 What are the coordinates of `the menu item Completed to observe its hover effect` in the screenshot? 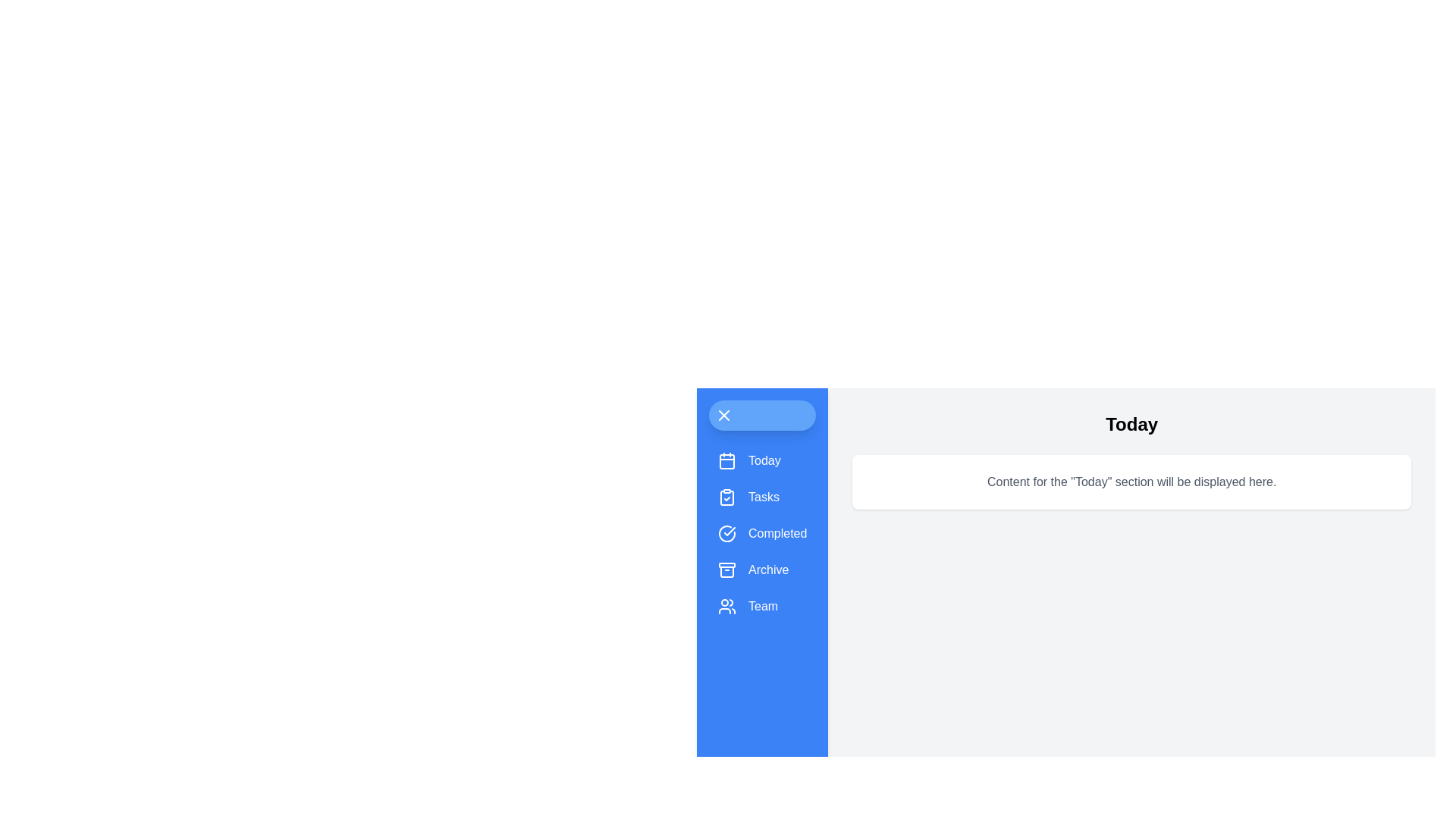 It's located at (762, 533).